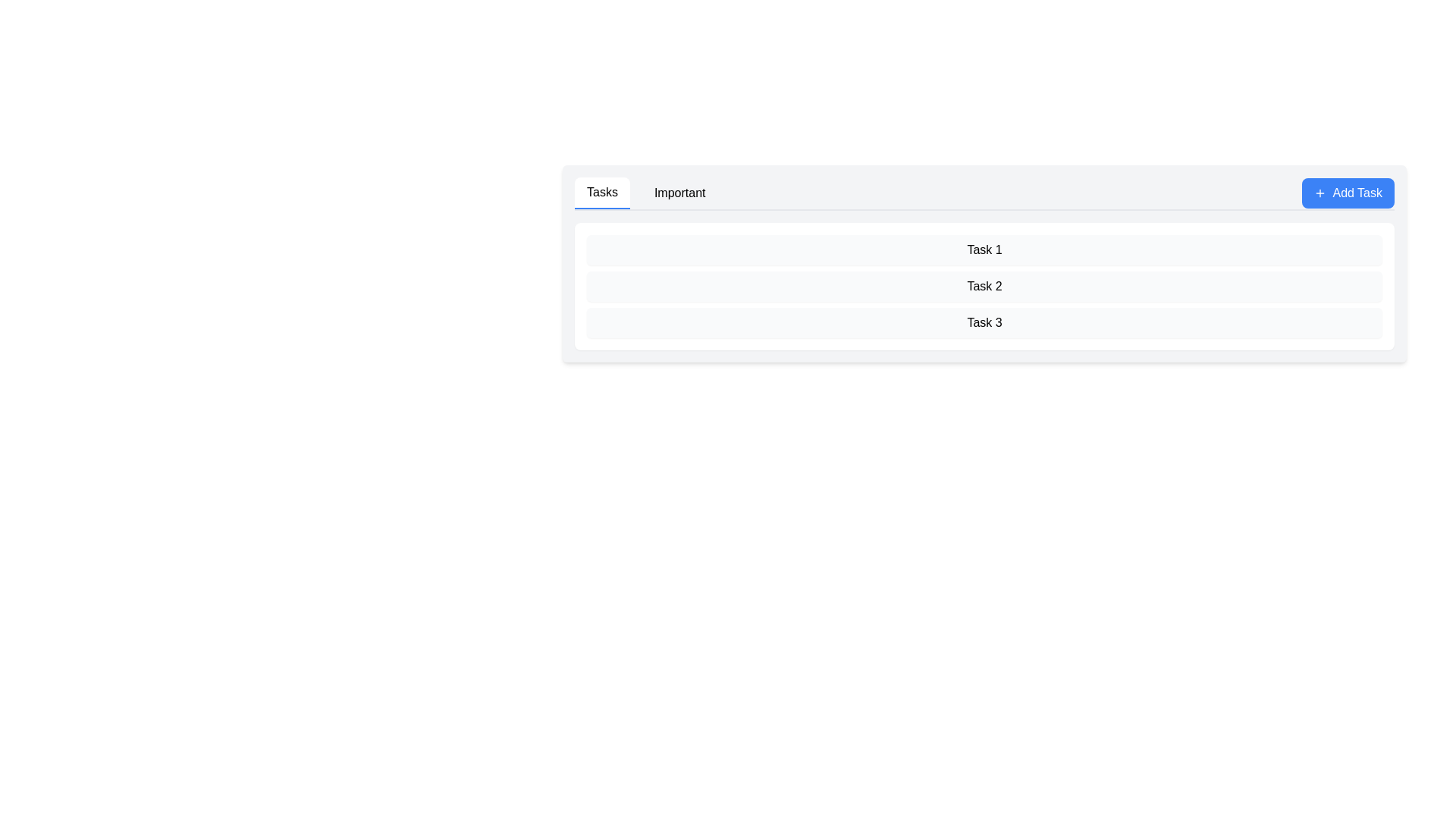  What do you see at coordinates (679, 192) in the screenshot?
I see `the 'Important' button, which is the second tab in a horizontal list of tabs with a bold, black font on a light gray background` at bounding box center [679, 192].